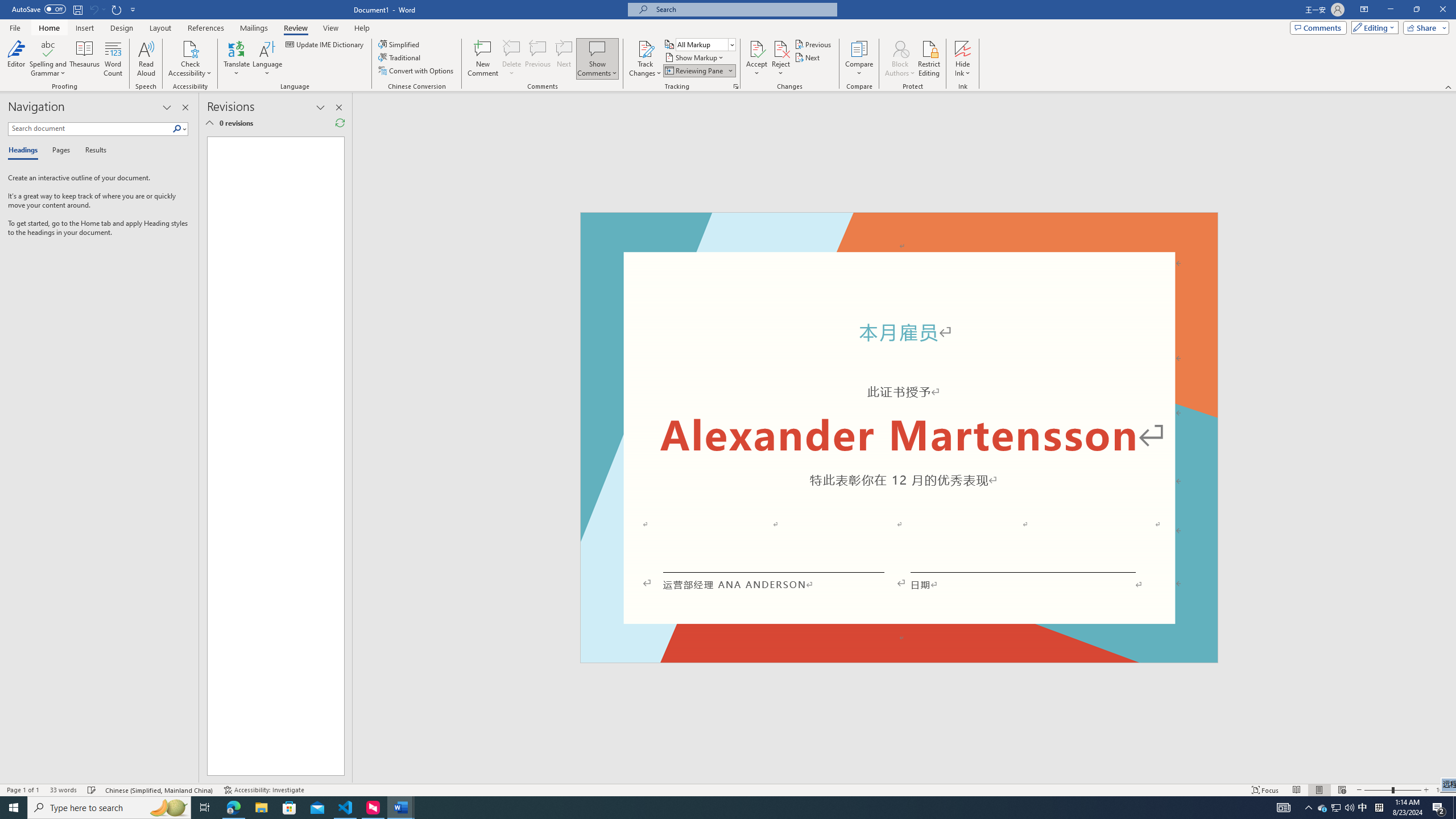 The image size is (1456, 819). Describe the element at coordinates (900, 59) in the screenshot. I see `'Block Authors'` at that location.